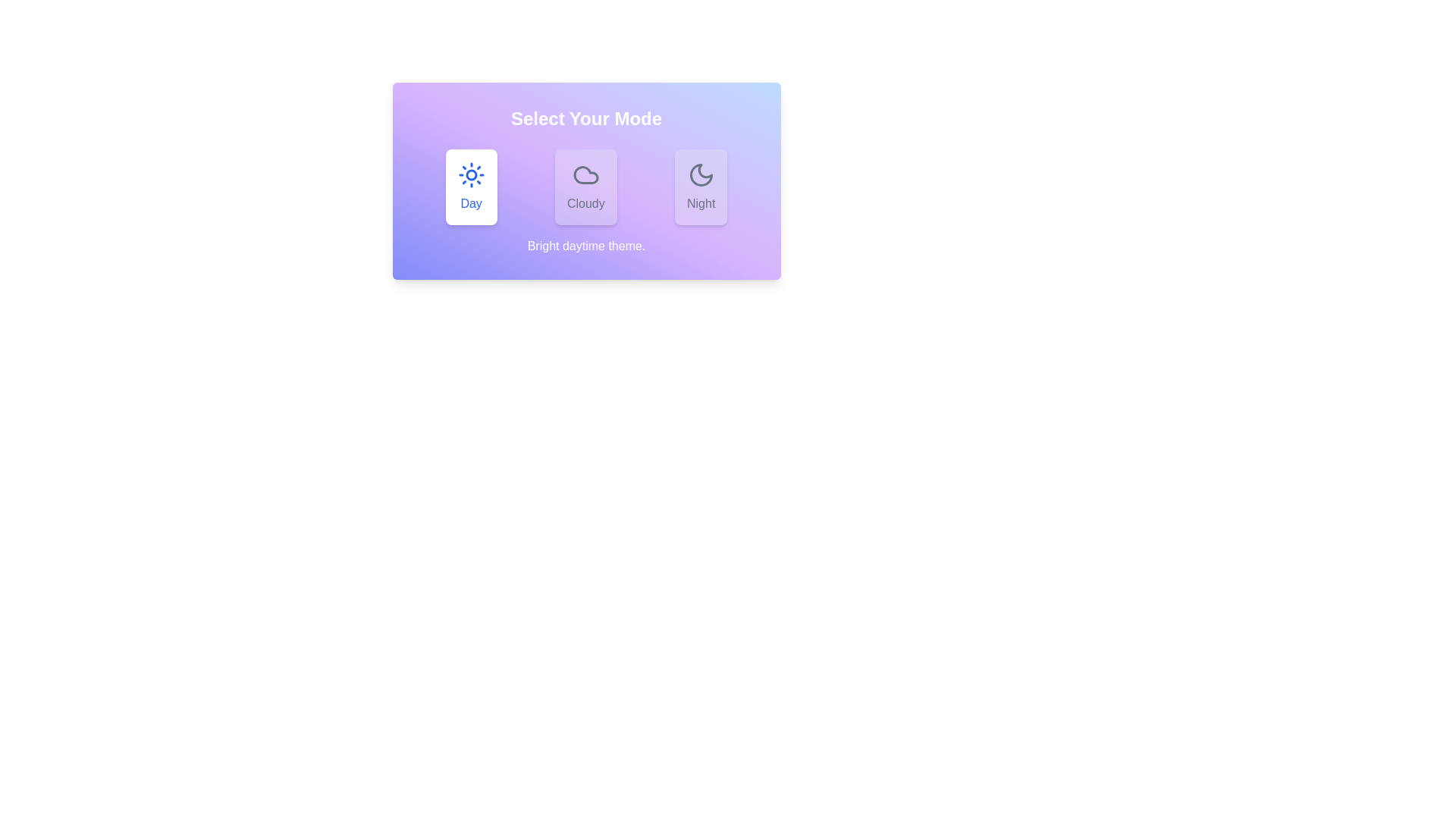 Image resolution: width=1456 pixels, height=819 pixels. I want to click on the theme Day by clicking on its button, so click(470, 186).